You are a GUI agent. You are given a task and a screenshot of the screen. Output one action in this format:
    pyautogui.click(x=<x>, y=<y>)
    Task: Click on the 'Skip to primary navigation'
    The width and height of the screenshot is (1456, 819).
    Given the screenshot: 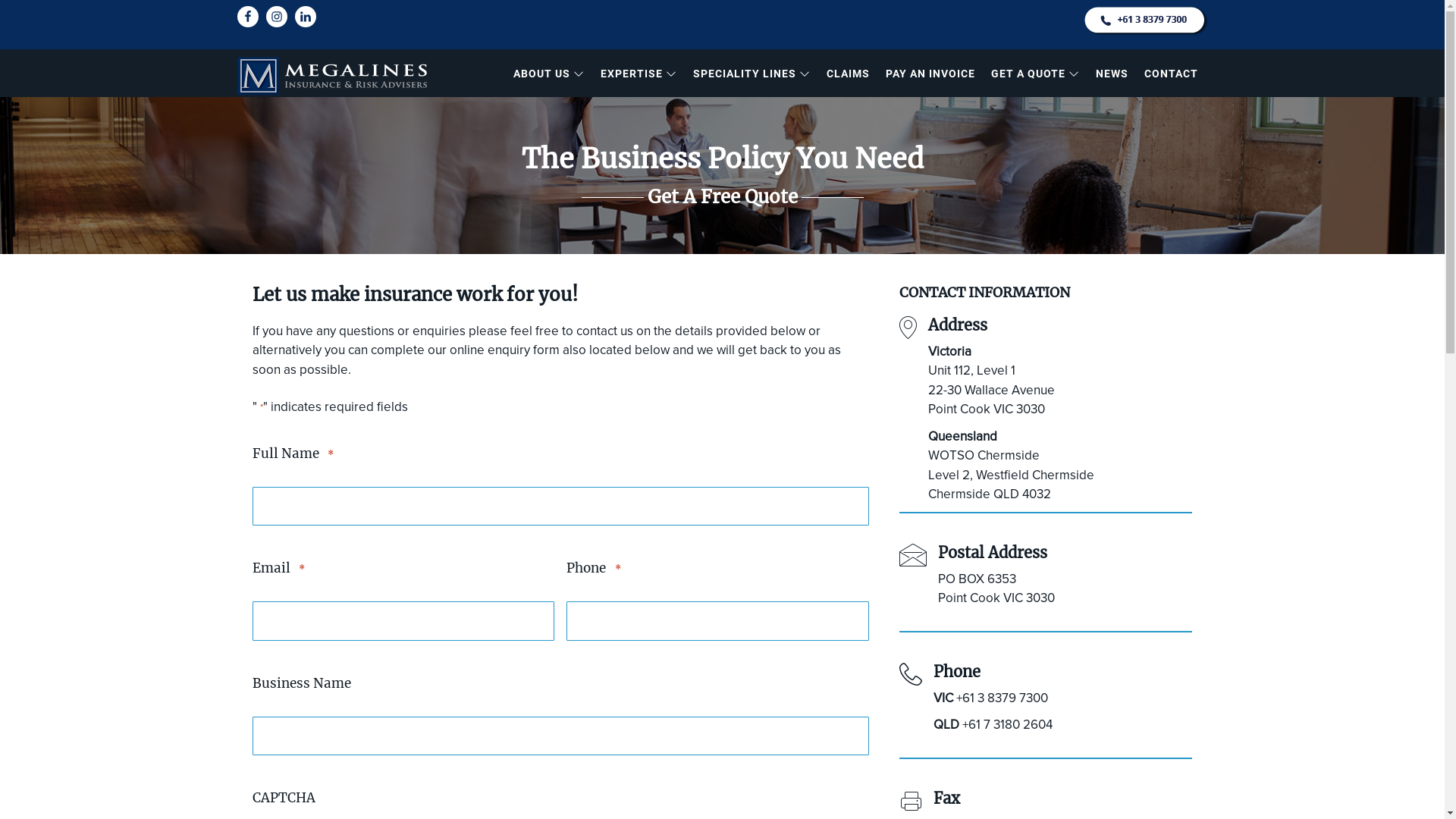 What is the action you would take?
    pyautogui.click(x=0, y=0)
    